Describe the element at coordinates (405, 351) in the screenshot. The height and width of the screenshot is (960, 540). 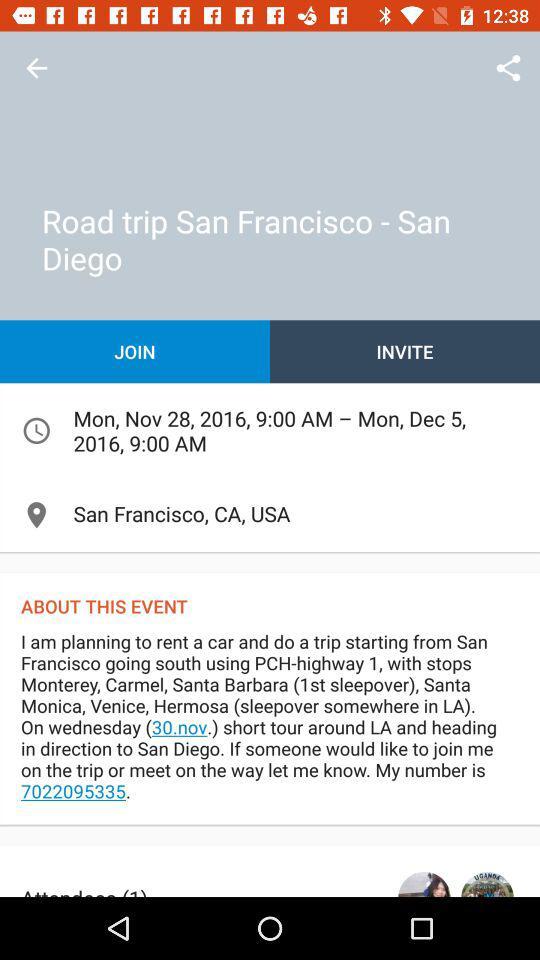
I see `icon next to join` at that location.